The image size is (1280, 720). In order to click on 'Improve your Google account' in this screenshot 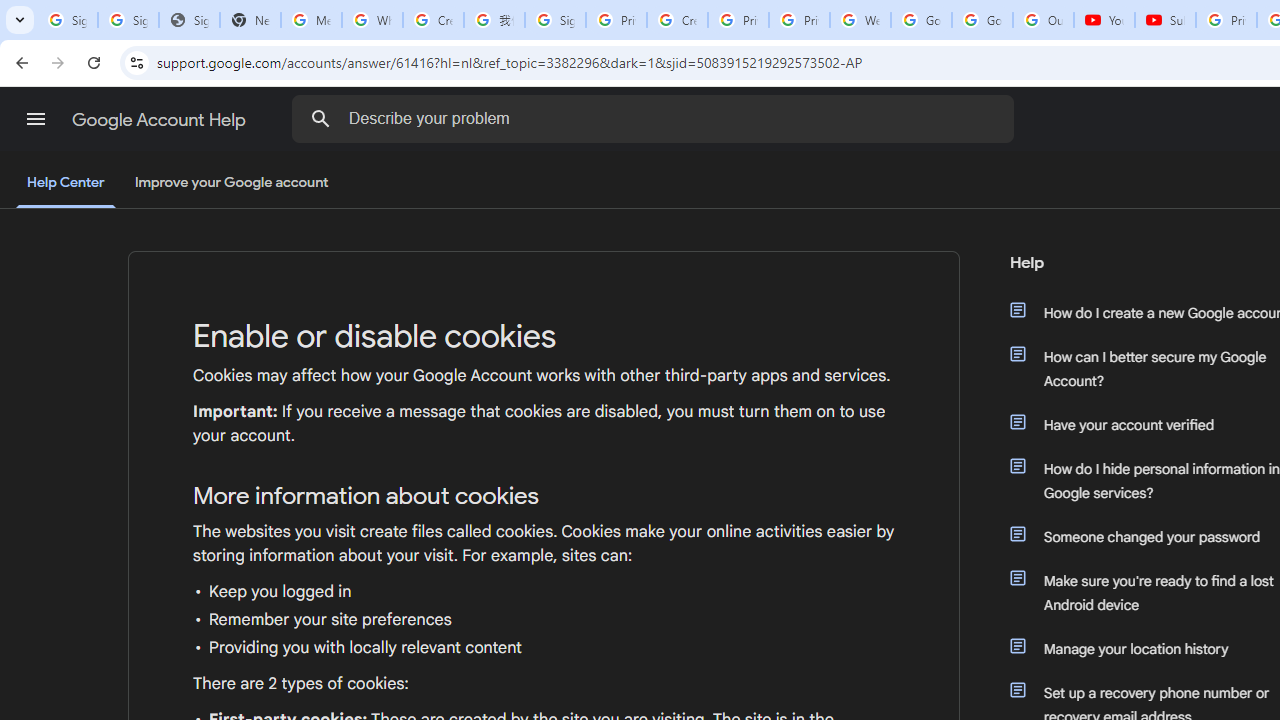, I will do `click(231, 183)`.